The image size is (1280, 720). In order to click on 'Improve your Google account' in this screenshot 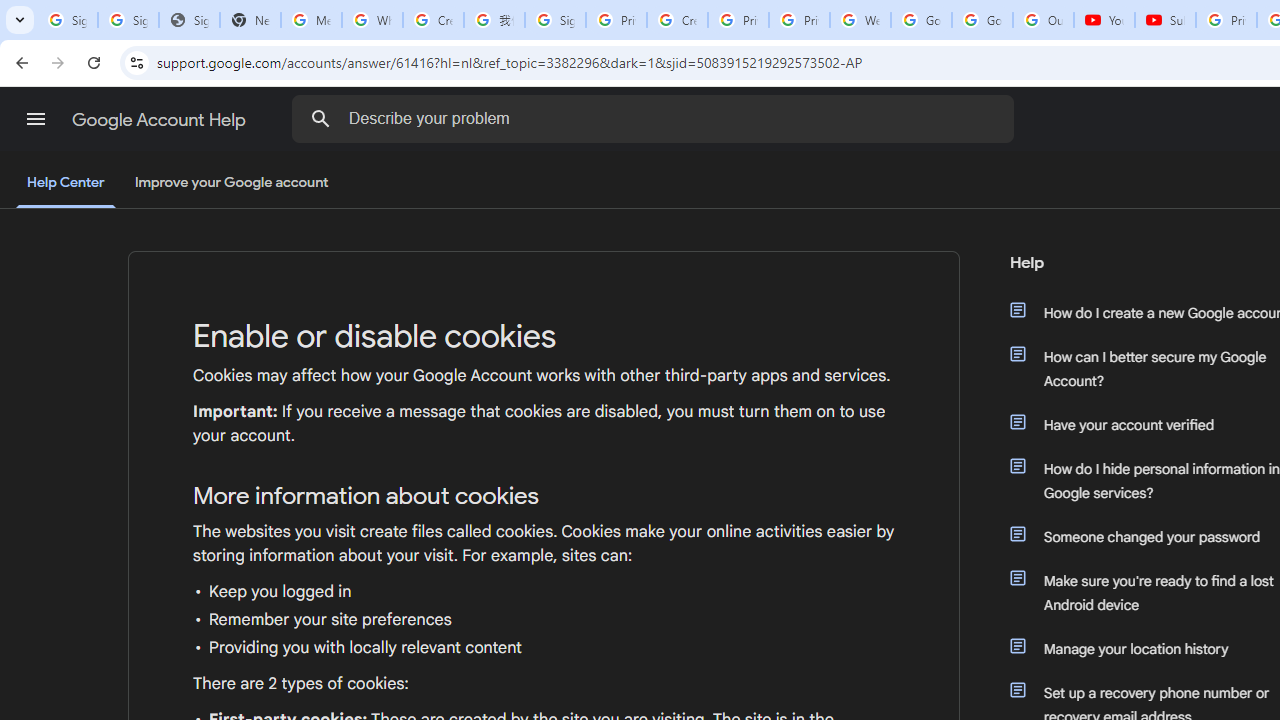, I will do `click(231, 183)`.